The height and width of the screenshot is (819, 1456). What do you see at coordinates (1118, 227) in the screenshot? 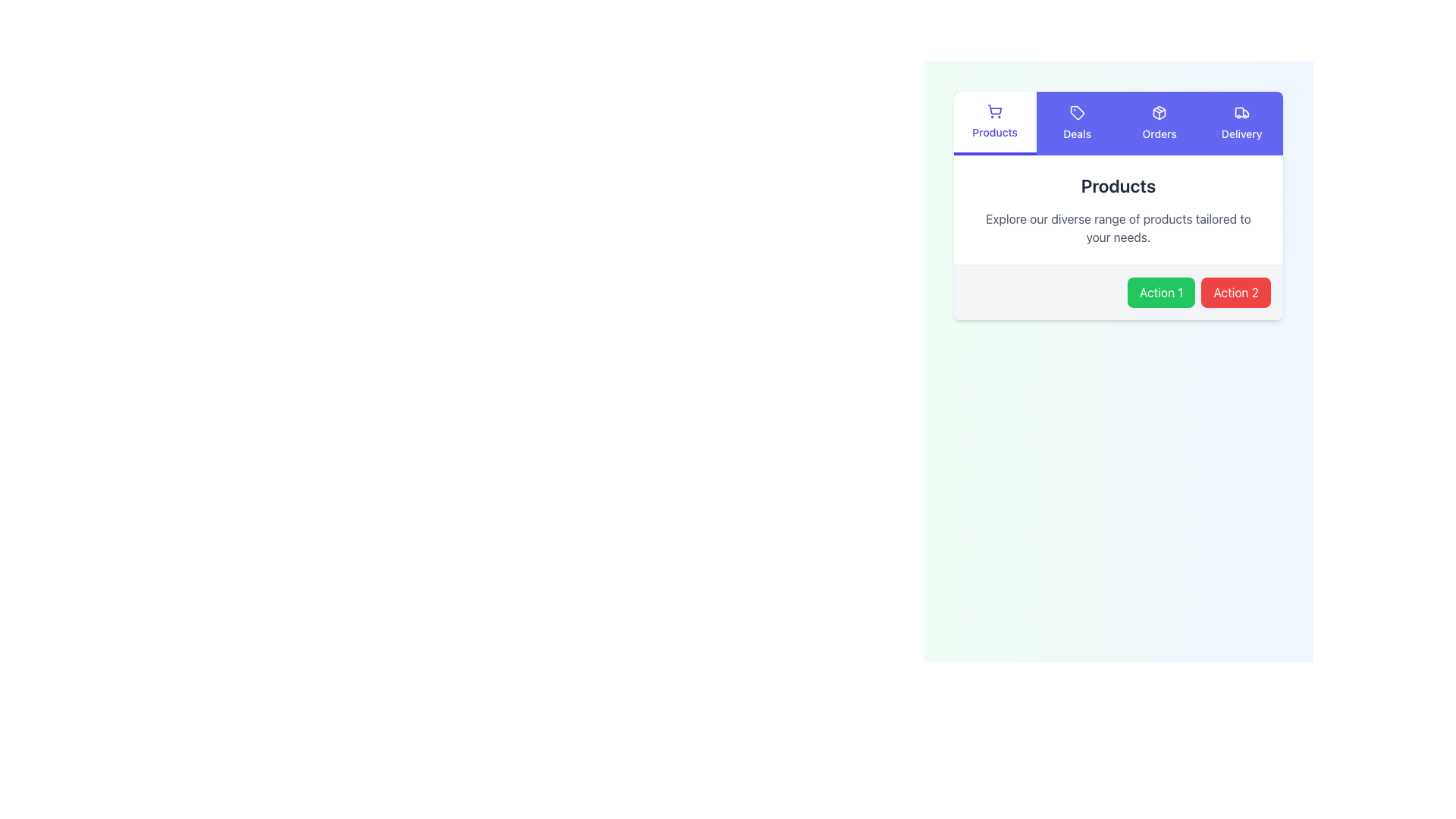
I see `the descriptive text element located below the 'Products' header, which informs users about the offerings in the 'Products' section` at bounding box center [1118, 227].